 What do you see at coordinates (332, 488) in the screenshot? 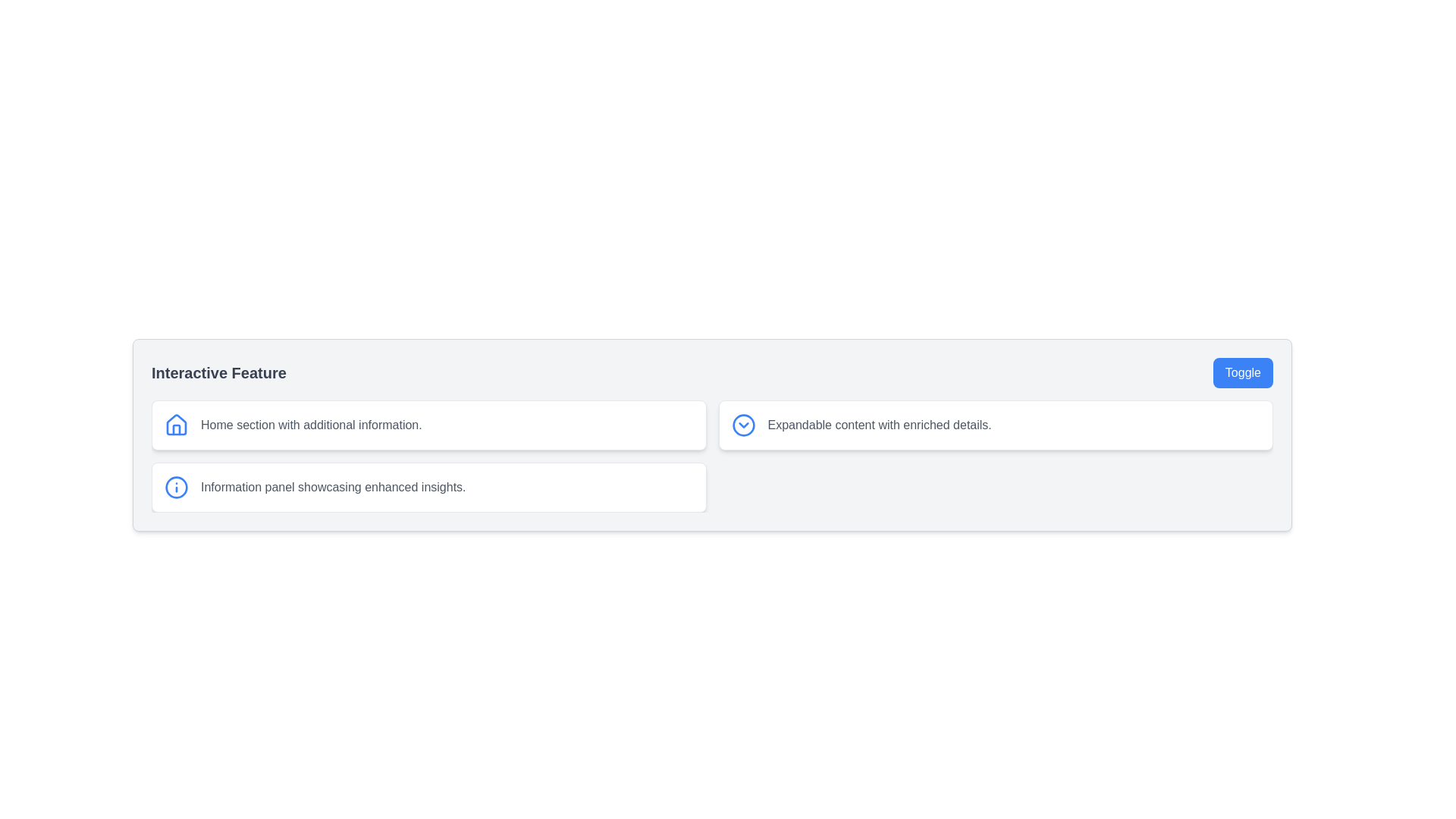
I see `the text label that provides descriptive context within the card-like panel located in the lower-left section of the interface, adjacent to the information icon` at bounding box center [332, 488].